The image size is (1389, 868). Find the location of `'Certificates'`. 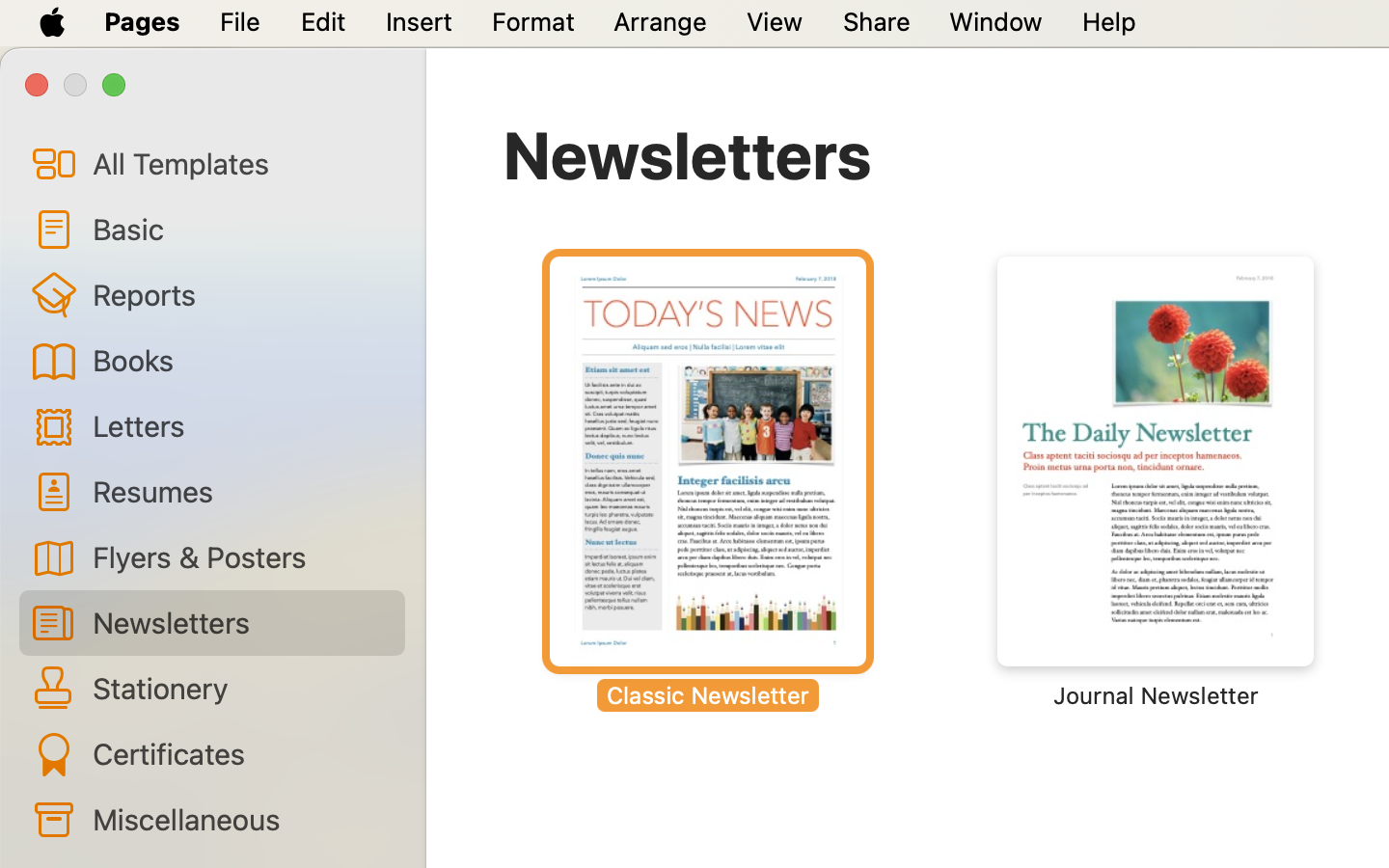

'Certificates' is located at coordinates (239, 752).